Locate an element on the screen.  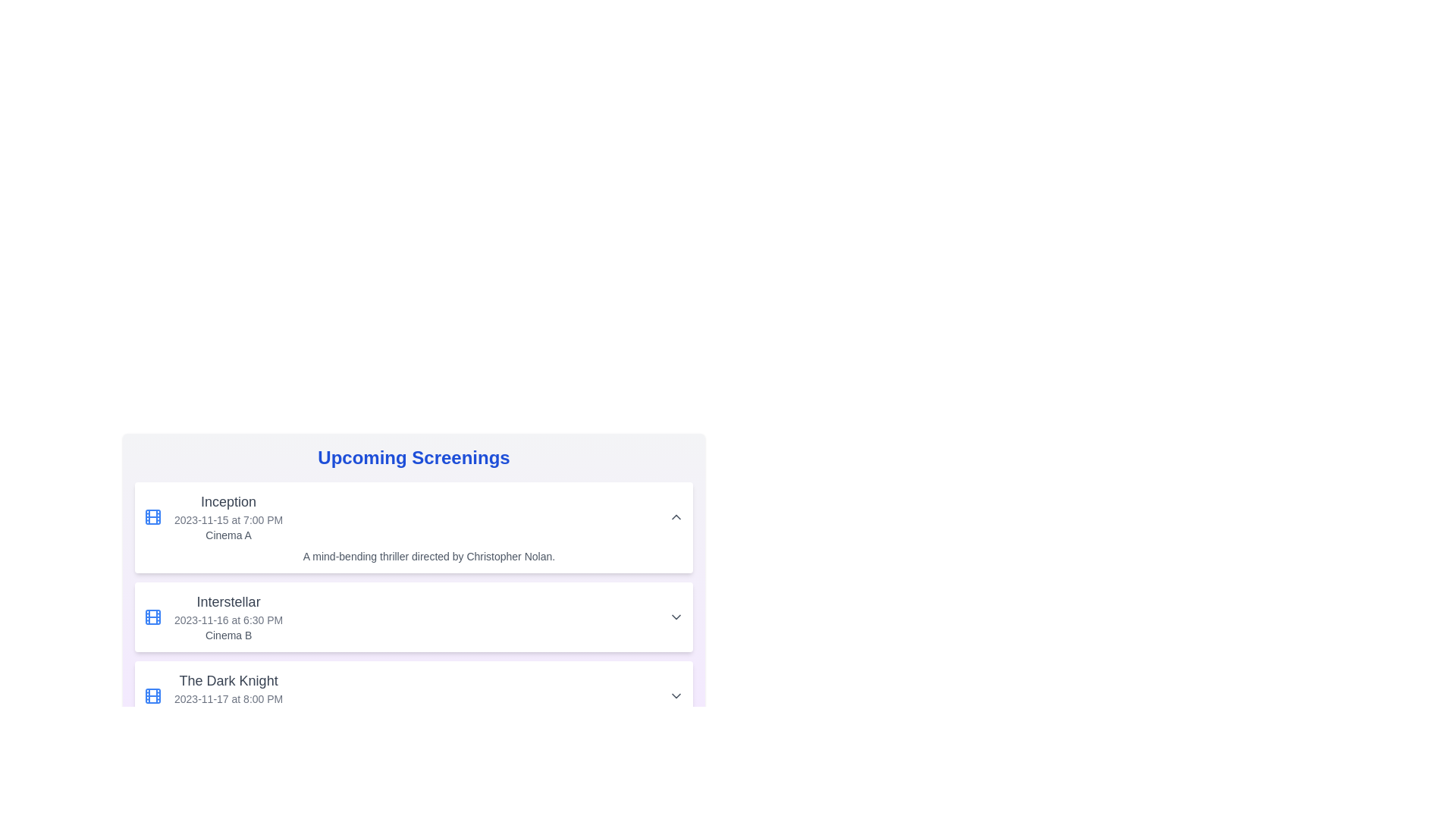
the upward-pointing chevron icon, which is dark gray and located on the extreme right of the first block of movie screenings, aligned with the details for 'Inception 2023-11-15 at 7:00 PM Cinema A' is located at coordinates (676, 516).